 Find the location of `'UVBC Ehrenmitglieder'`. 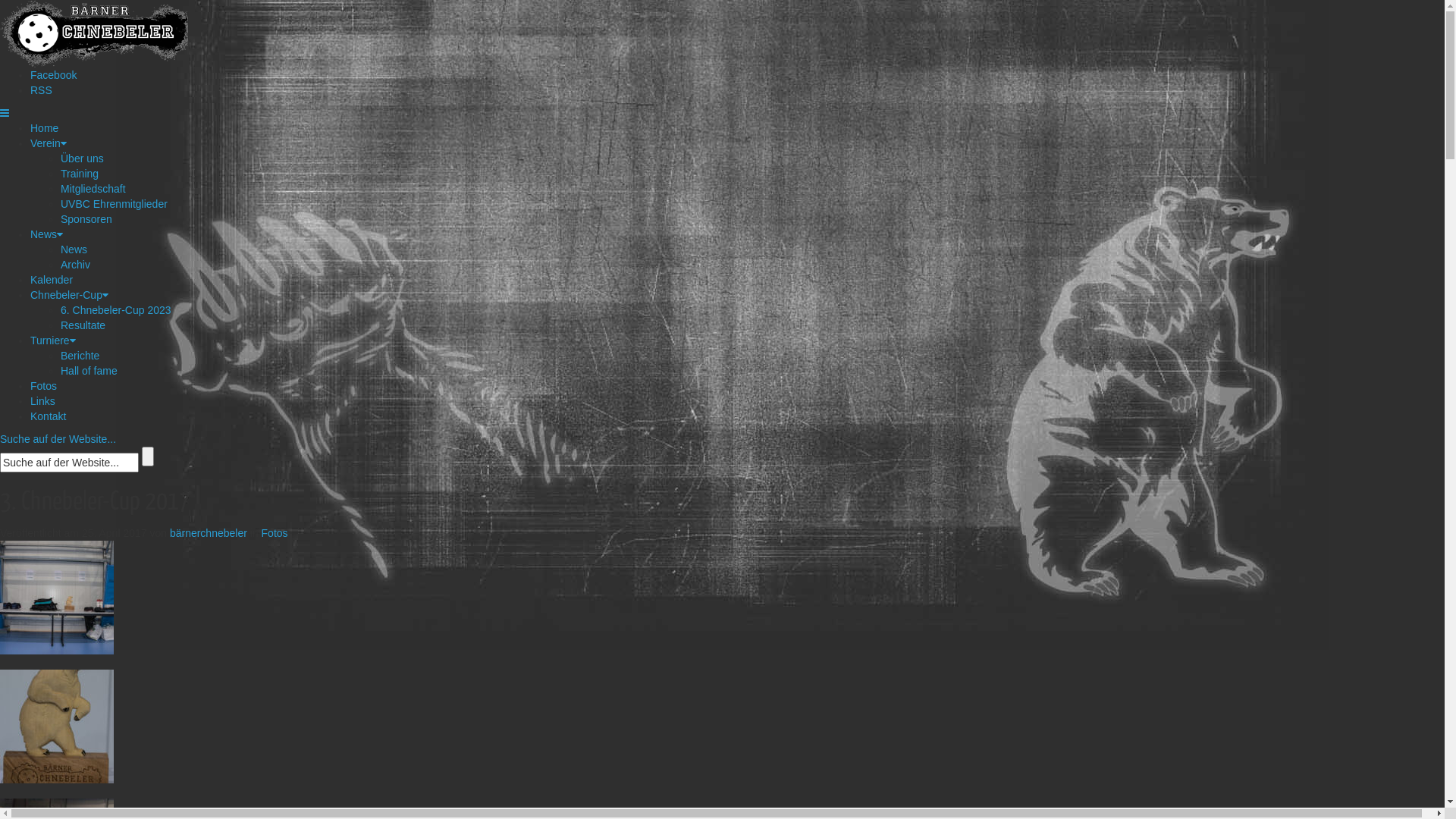

'UVBC Ehrenmitglieder' is located at coordinates (61, 203).